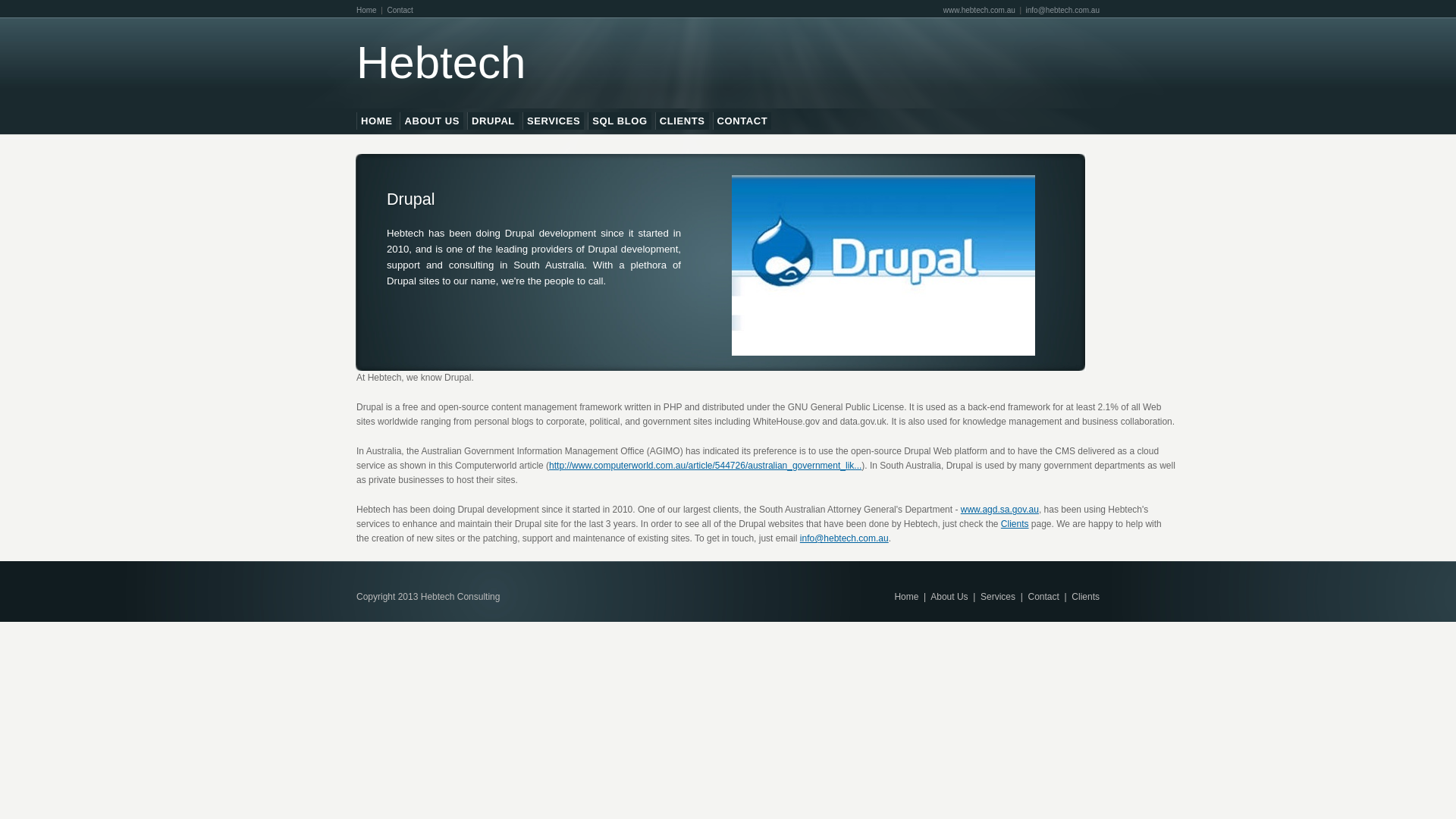 Image resolution: width=1456 pixels, height=819 pixels. Describe the element at coordinates (701, 2) in the screenshot. I see `'Skip to main content'` at that location.